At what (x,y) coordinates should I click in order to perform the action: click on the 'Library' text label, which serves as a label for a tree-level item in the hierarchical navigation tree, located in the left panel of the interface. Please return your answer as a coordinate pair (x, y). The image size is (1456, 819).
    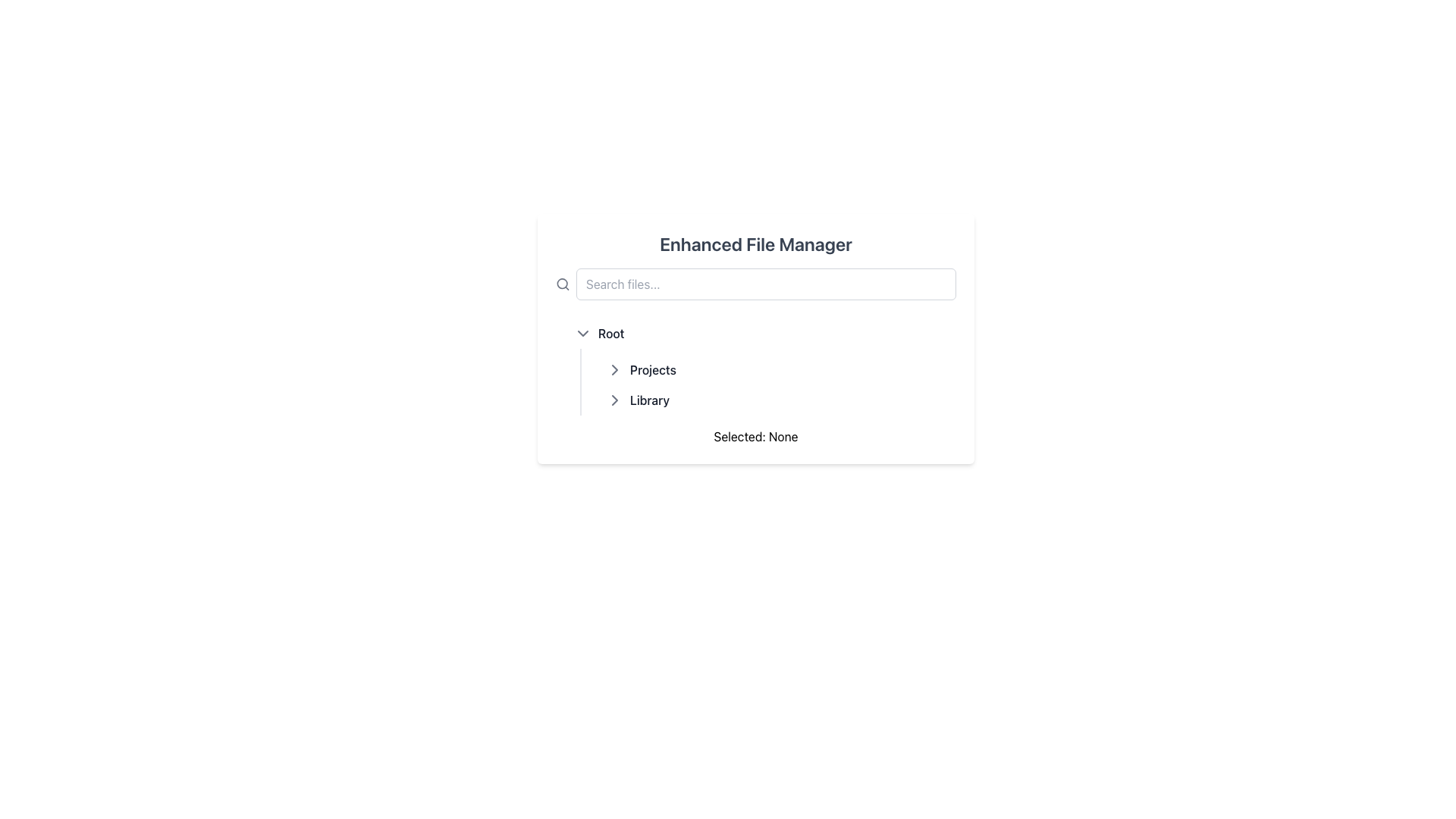
    Looking at the image, I should click on (650, 400).